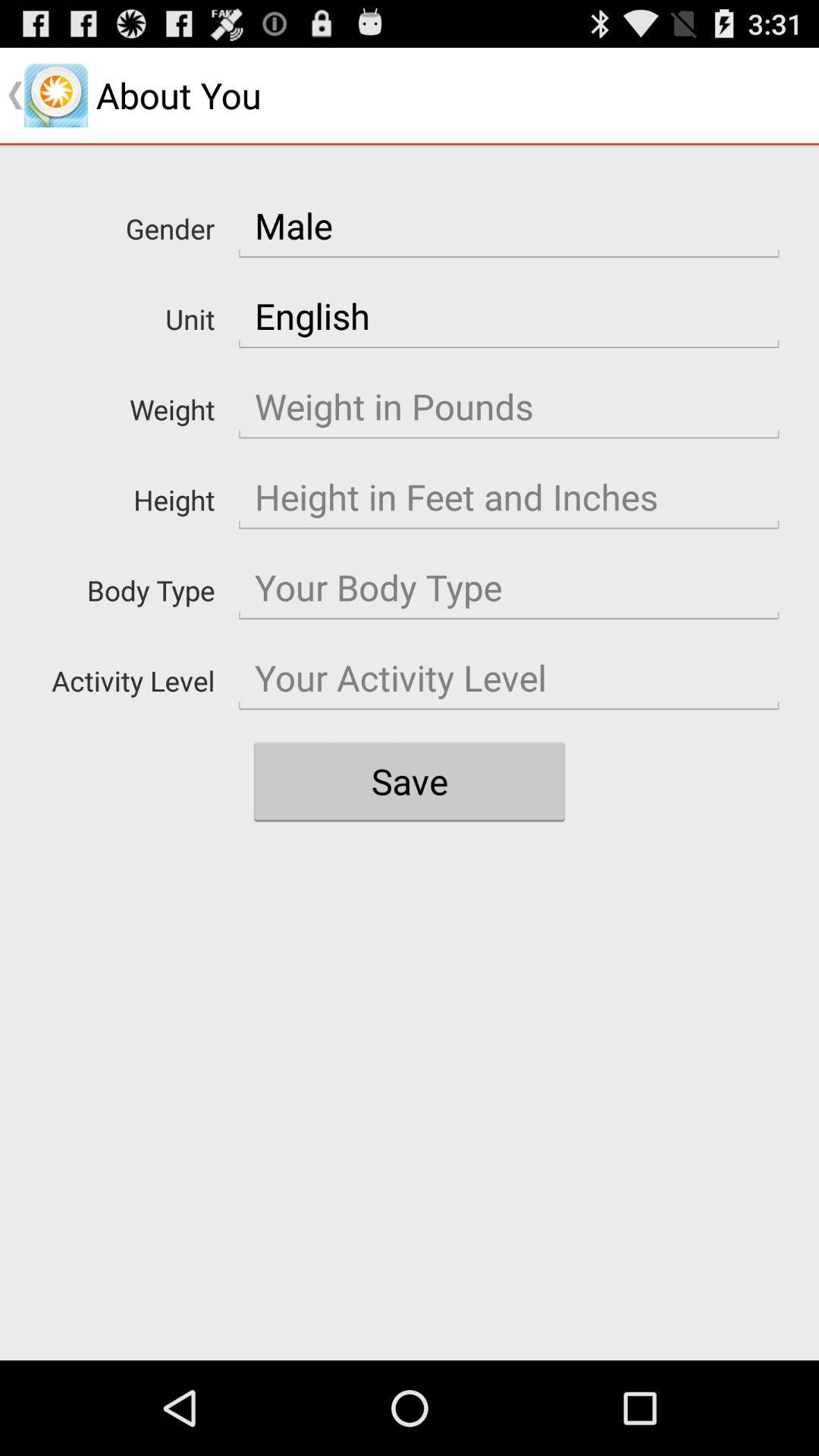 Image resolution: width=819 pixels, height=1456 pixels. Describe the element at coordinates (509, 587) in the screenshot. I see `body type entry` at that location.